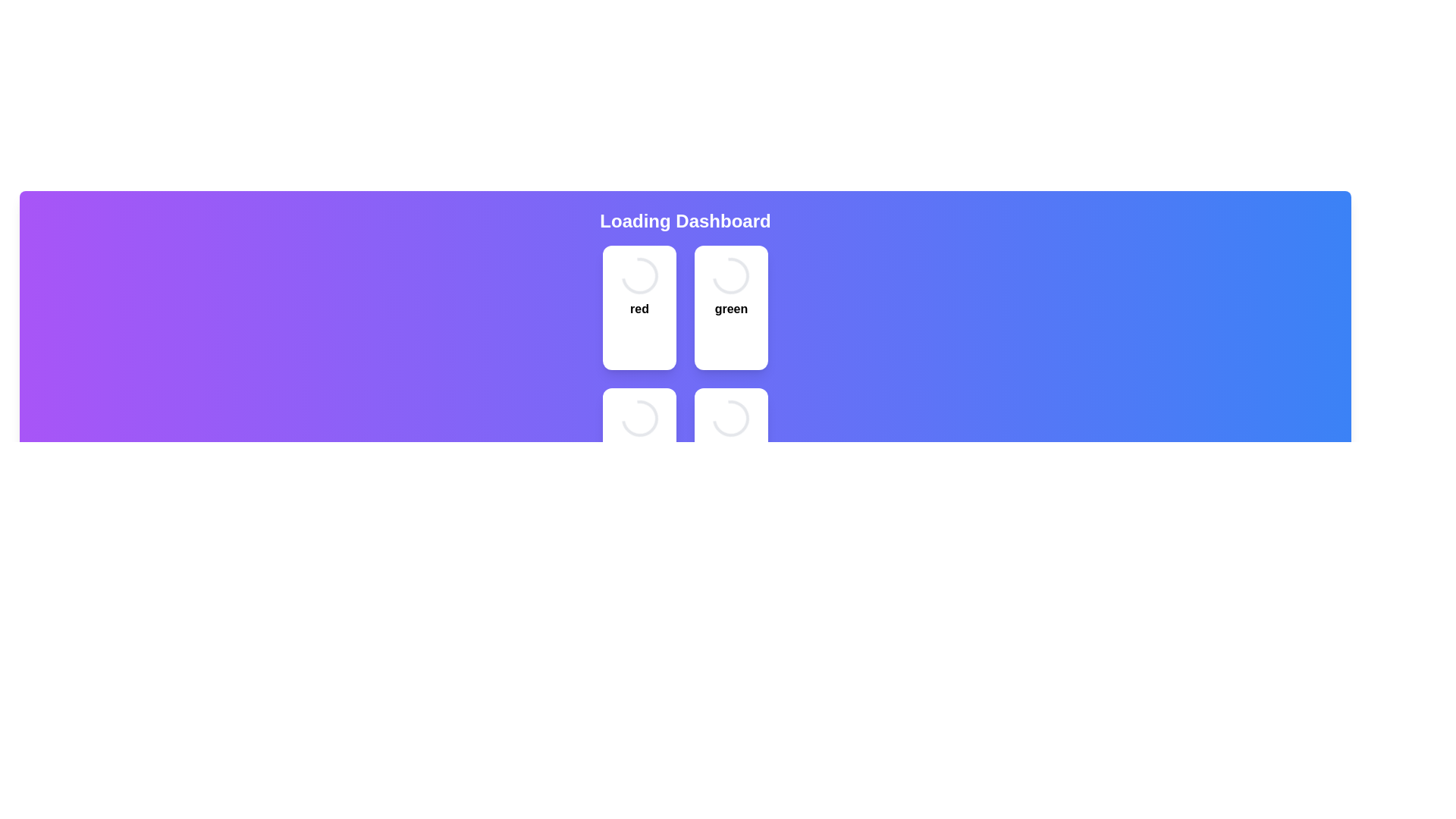 Image resolution: width=1456 pixels, height=819 pixels. What do you see at coordinates (731, 309) in the screenshot?
I see `text label displaying the word 'green' which is styled in bold and located within a white card structure, positioned below a spinning circular indicator and above a button labeled 'Stop'` at bounding box center [731, 309].